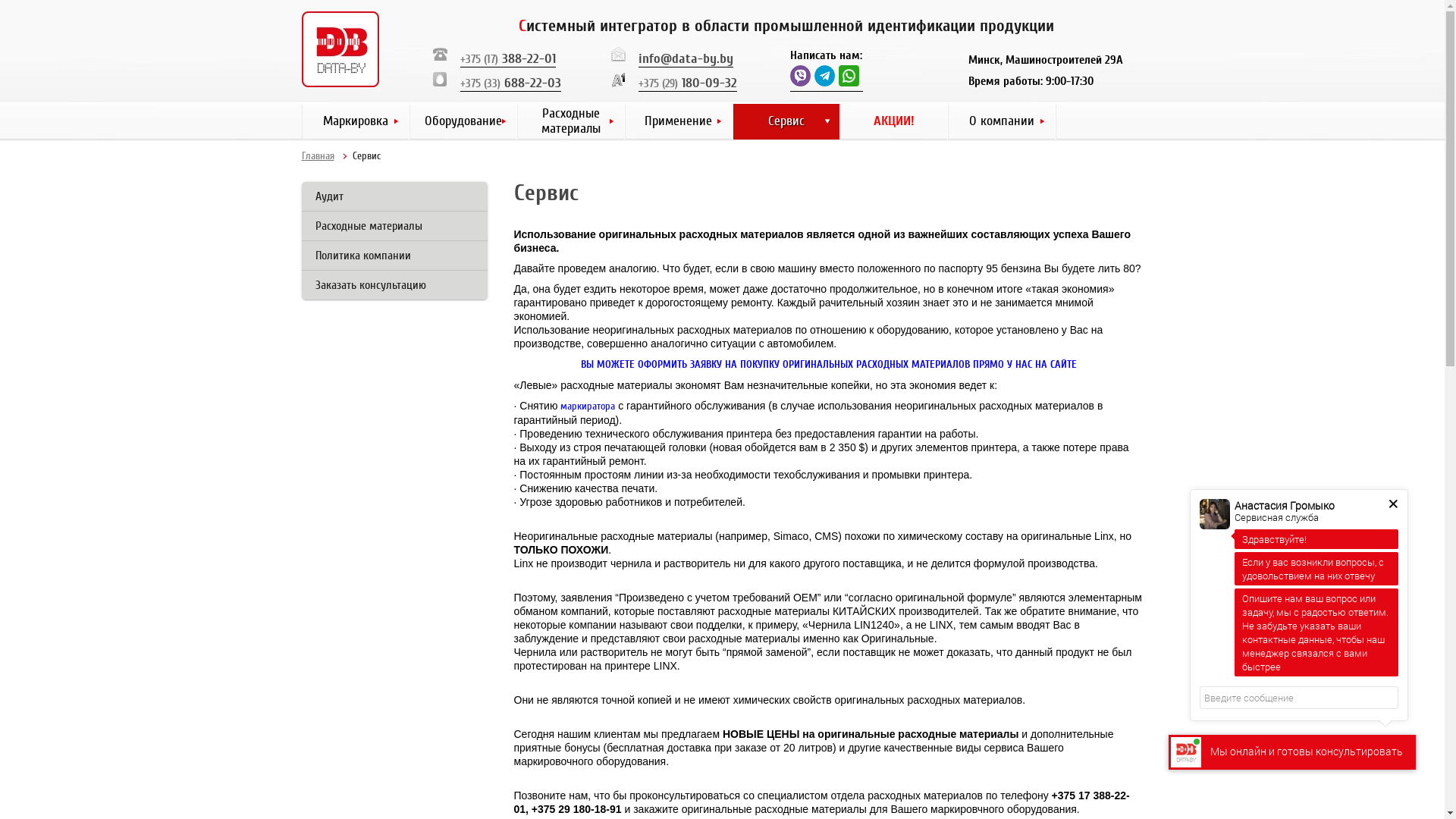 The height and width of the screenshot is (819, 1456). What do you see at coordinates (685, 58) in the screenshot?
I see `'info@data-by.by'` at bounding box center [685, 58].